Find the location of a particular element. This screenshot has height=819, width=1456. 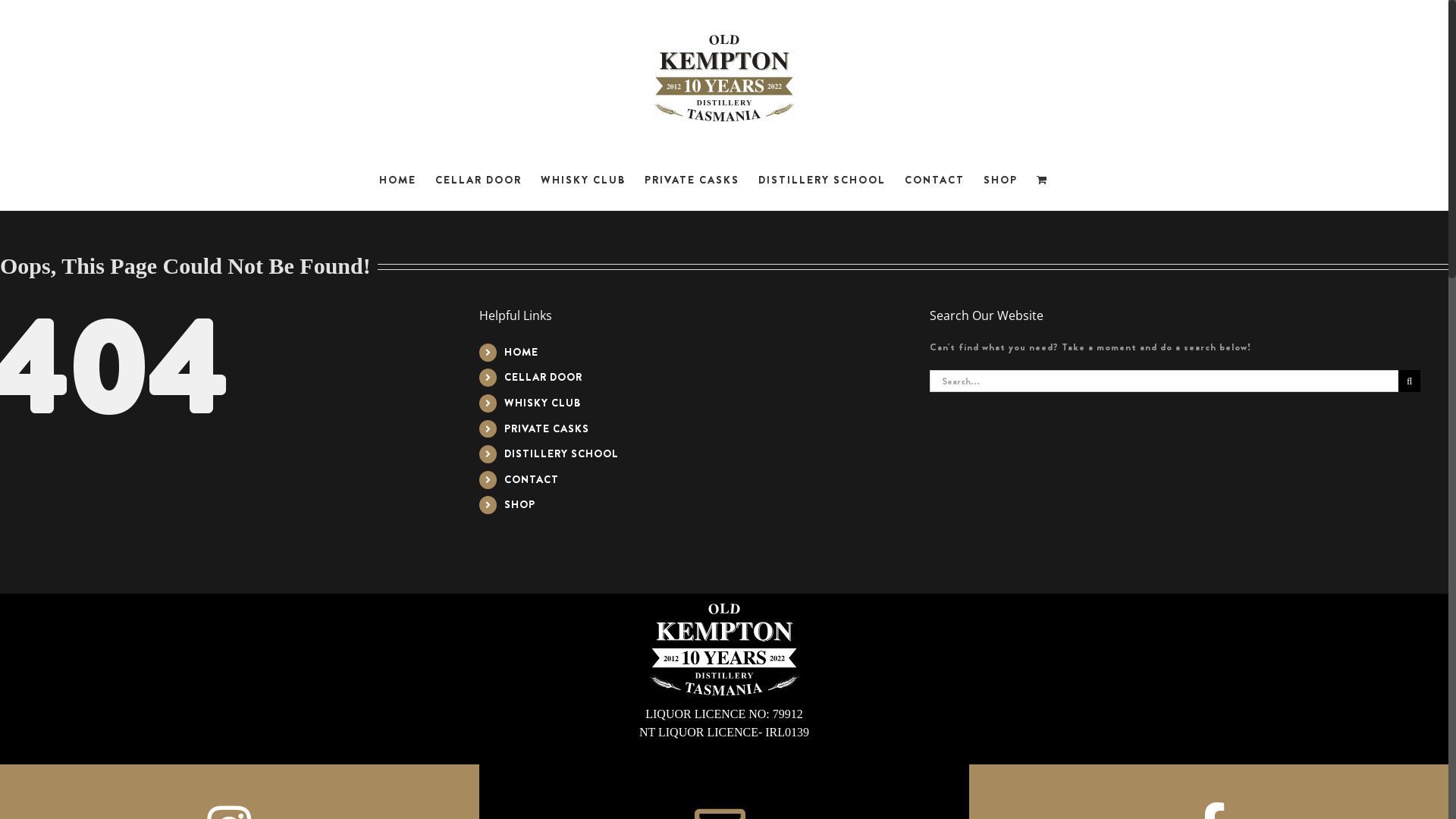

'HOME' is located at coordinates (397, 178).